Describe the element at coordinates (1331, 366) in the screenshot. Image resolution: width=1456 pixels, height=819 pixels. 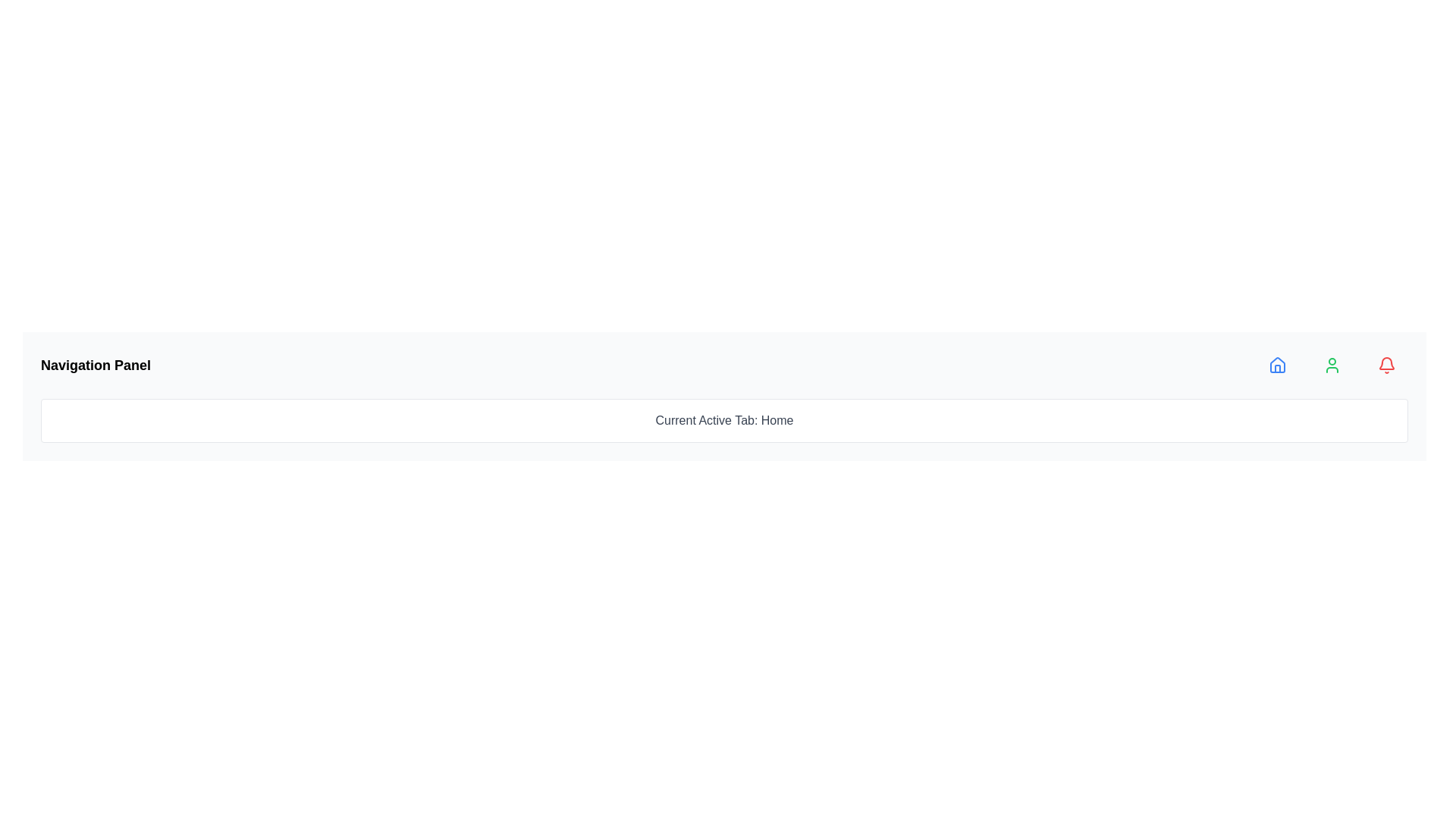
I see `the user profile SVG icon located in the navigation panel, which is the second icon from the right` at that location.